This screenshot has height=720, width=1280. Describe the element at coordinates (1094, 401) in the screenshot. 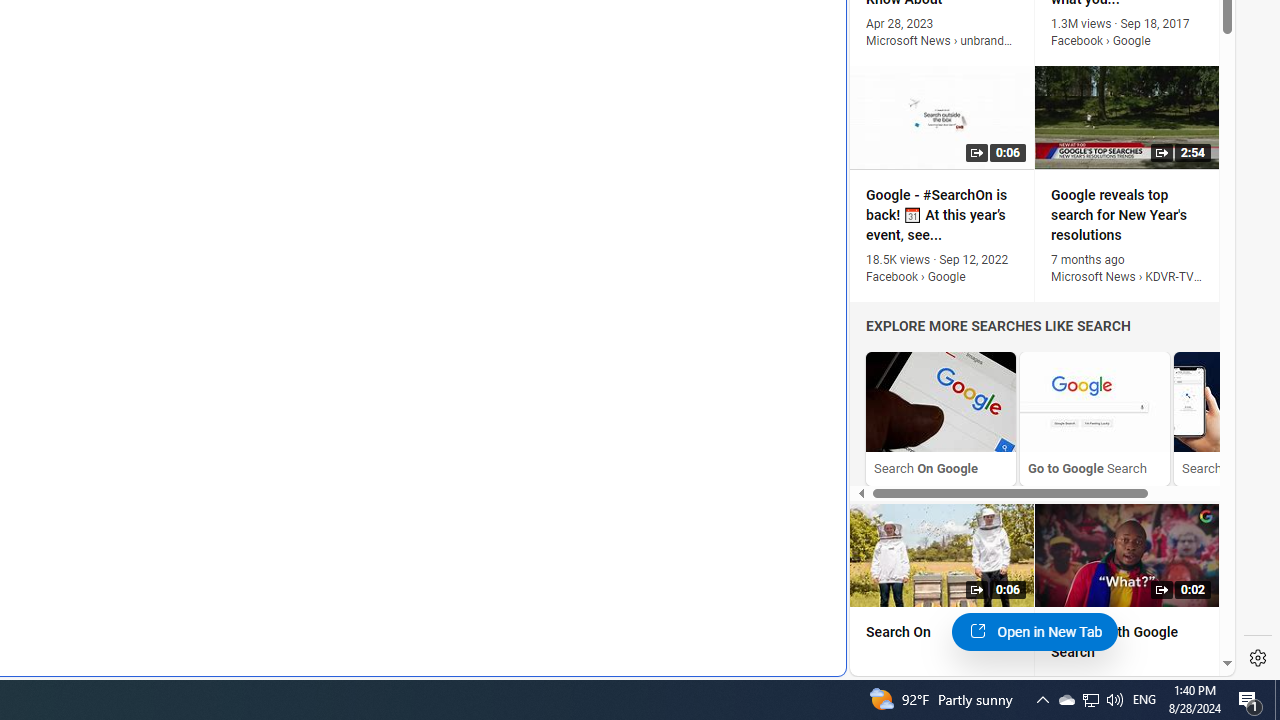

I see `'Go to Google Search'` at that location.